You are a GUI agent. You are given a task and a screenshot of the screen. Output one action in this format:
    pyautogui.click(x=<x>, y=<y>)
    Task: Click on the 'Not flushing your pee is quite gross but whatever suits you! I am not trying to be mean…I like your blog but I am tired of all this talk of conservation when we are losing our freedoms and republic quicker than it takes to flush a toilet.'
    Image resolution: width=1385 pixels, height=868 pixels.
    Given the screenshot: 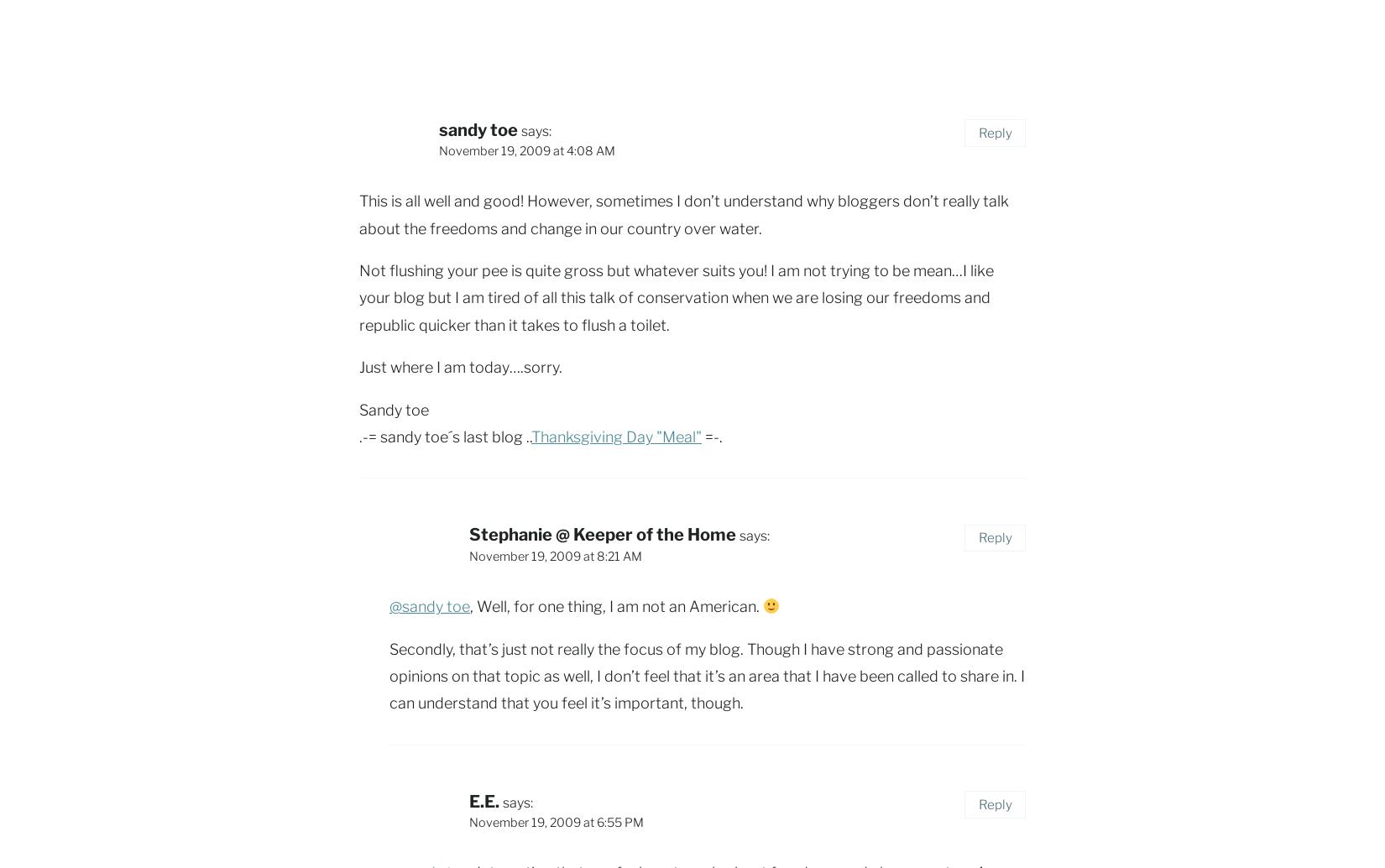 What is the action you would take?
    pyautogui.click(x=676, y=296)
    